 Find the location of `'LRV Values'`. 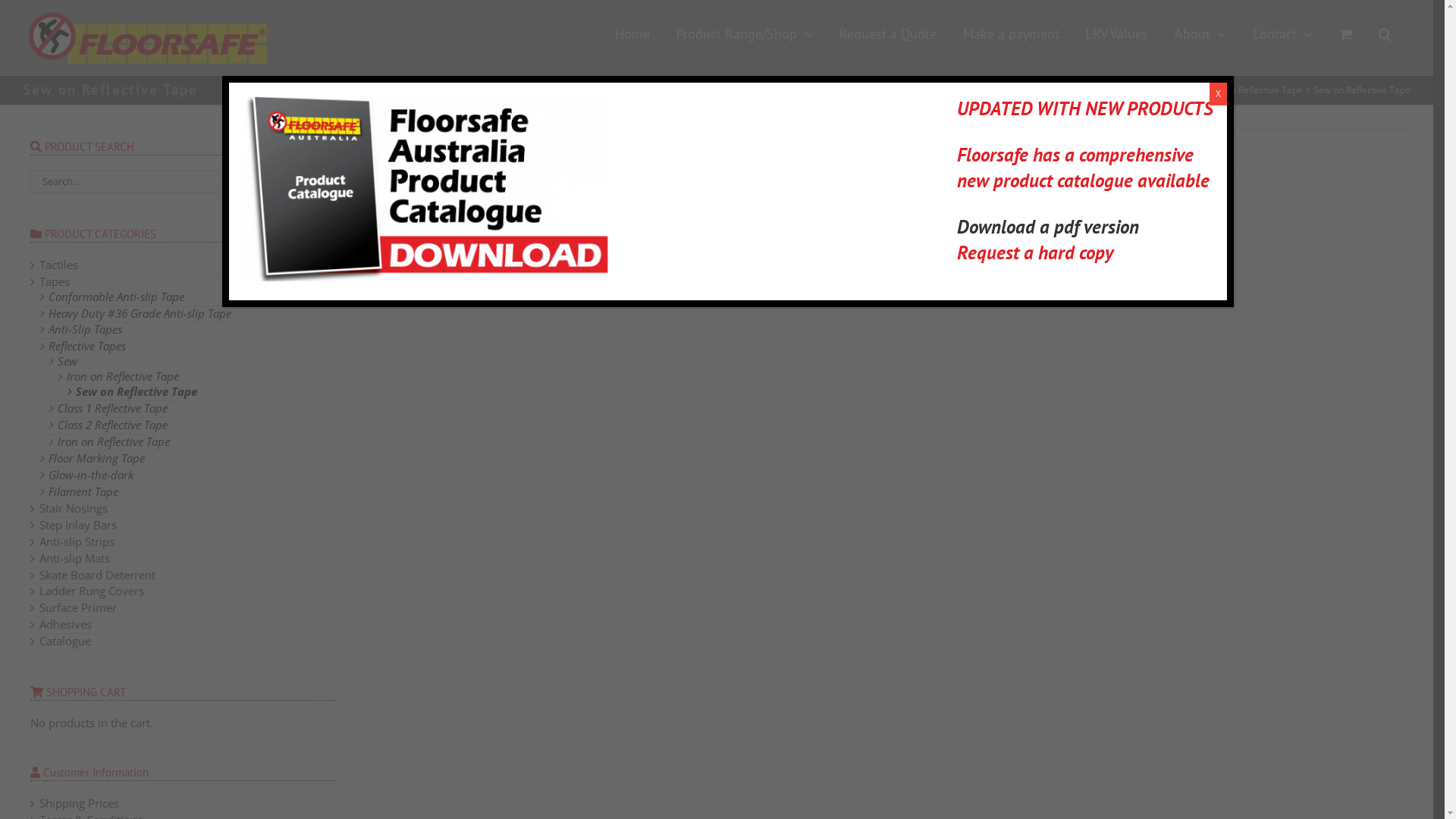

'LRV Values' is located at coordinates (1117, 34).